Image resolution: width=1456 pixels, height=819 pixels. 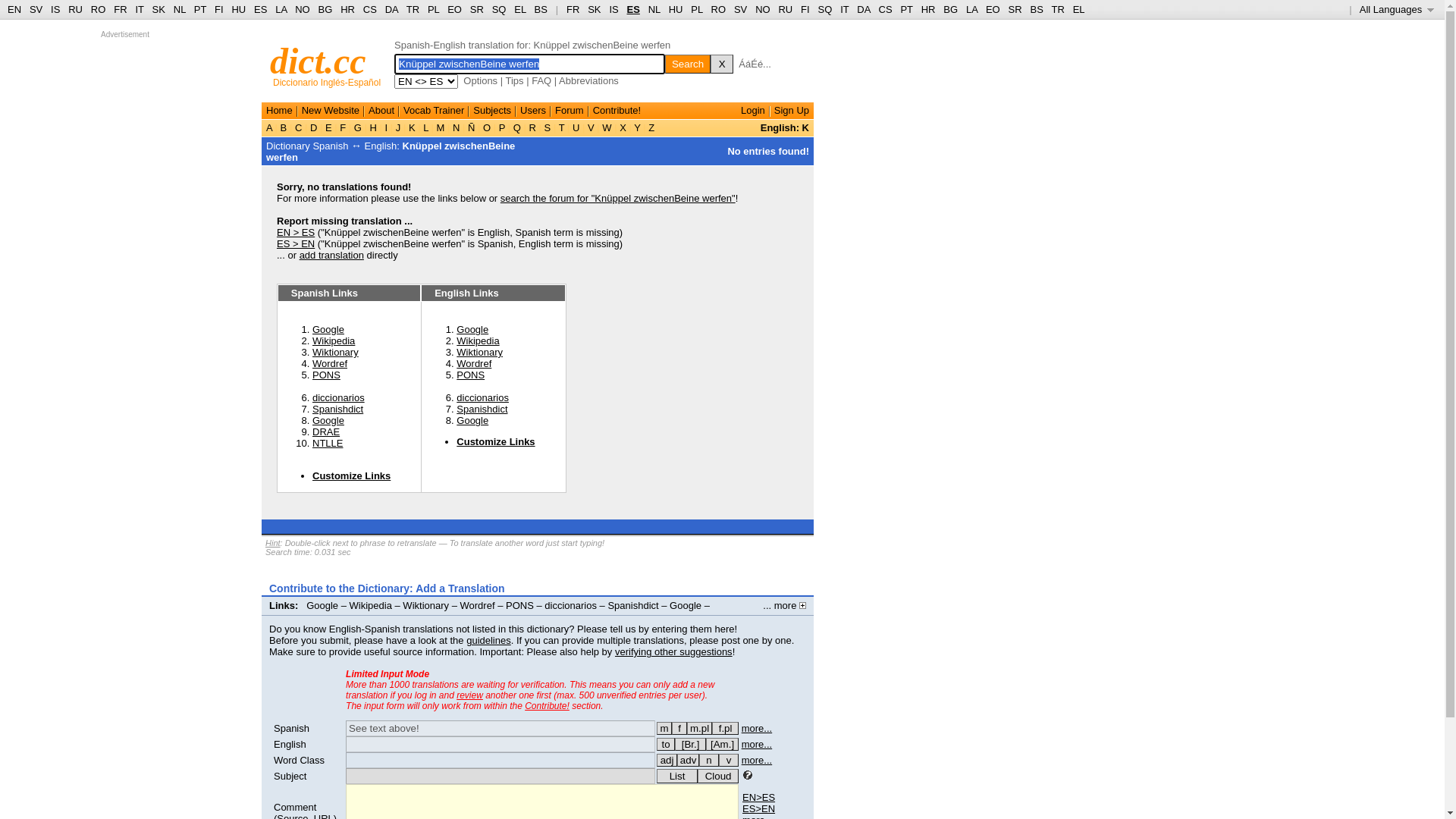 What do you see at coordinates (654, 9) in the screenshot?
I see `'NL'` at bounding box center [654, 9].